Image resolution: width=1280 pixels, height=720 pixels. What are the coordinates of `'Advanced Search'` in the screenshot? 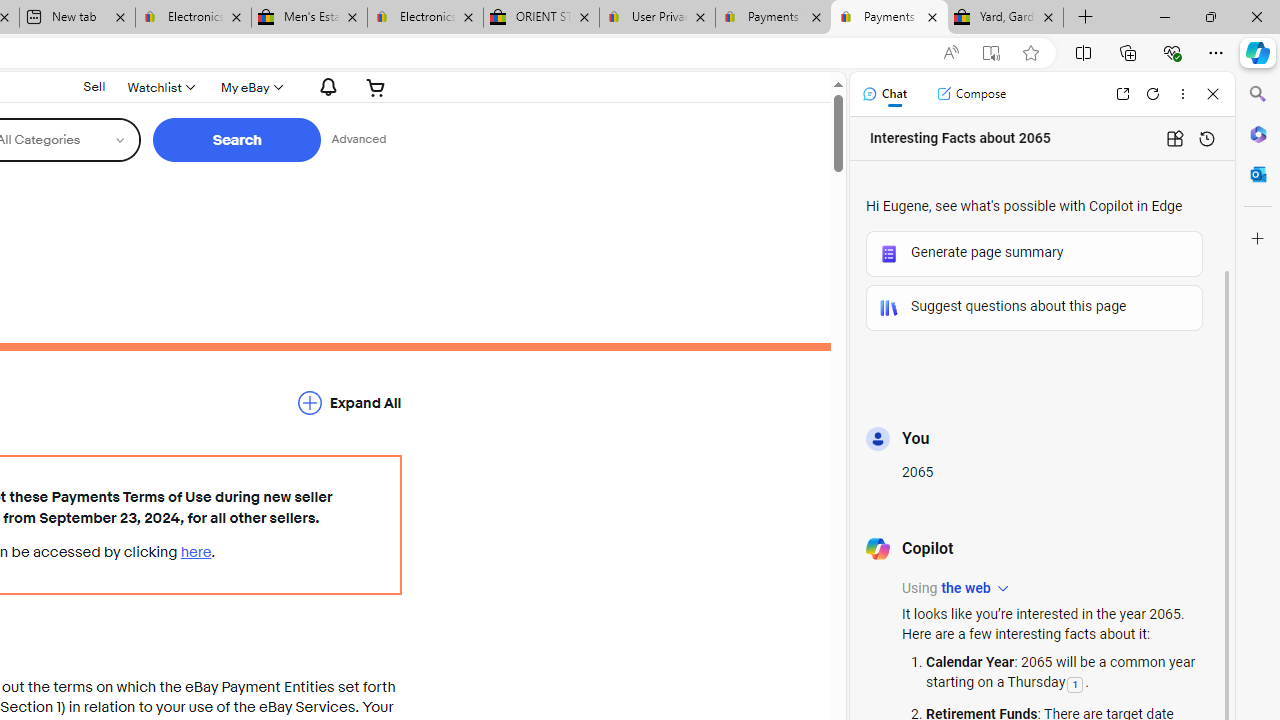 It's located at (359, 139).